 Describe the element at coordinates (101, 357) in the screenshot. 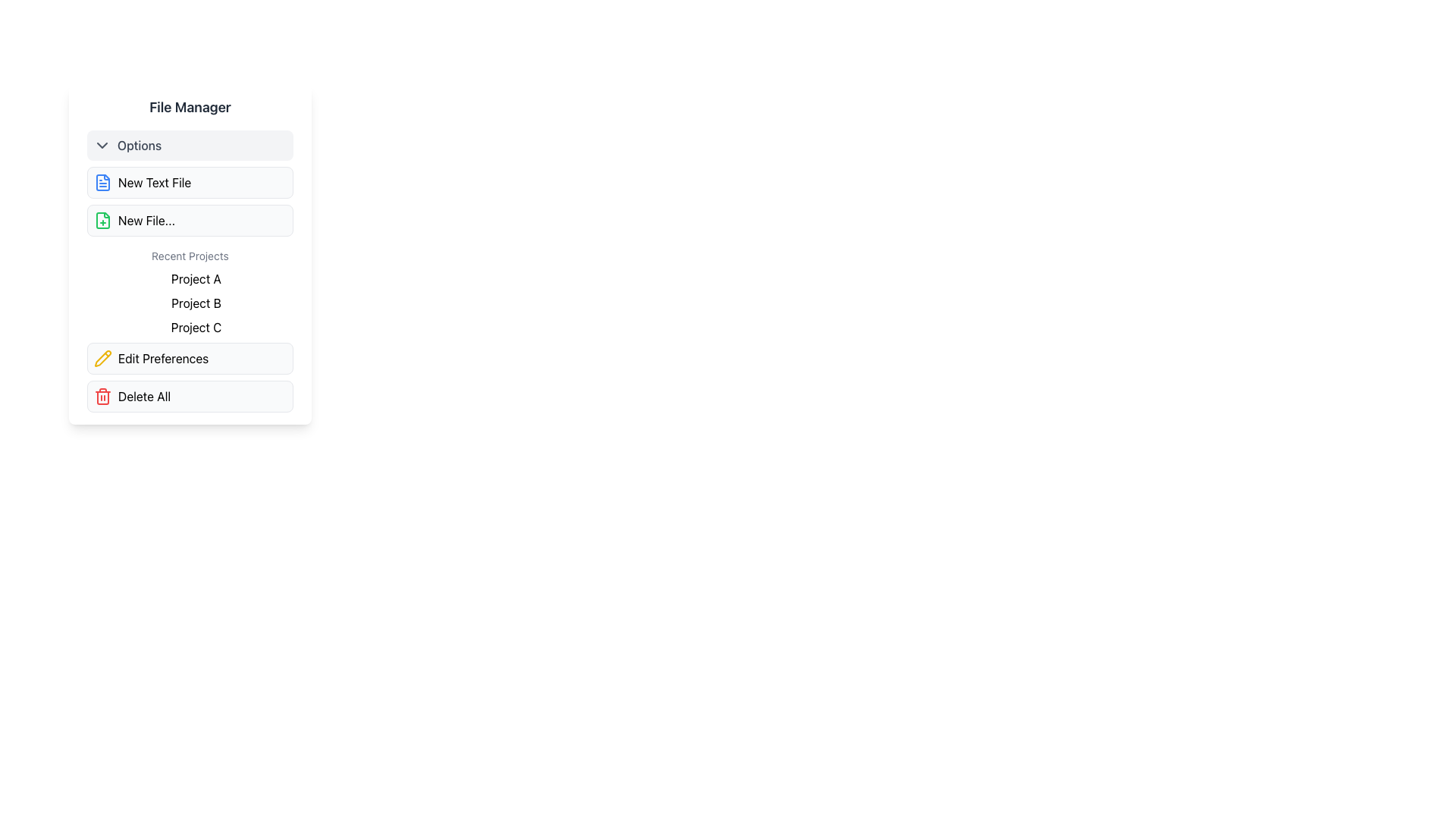

I see `the yellow pencil icon representing the 'Edit Preferences' function to initiate the edit process` at that location.